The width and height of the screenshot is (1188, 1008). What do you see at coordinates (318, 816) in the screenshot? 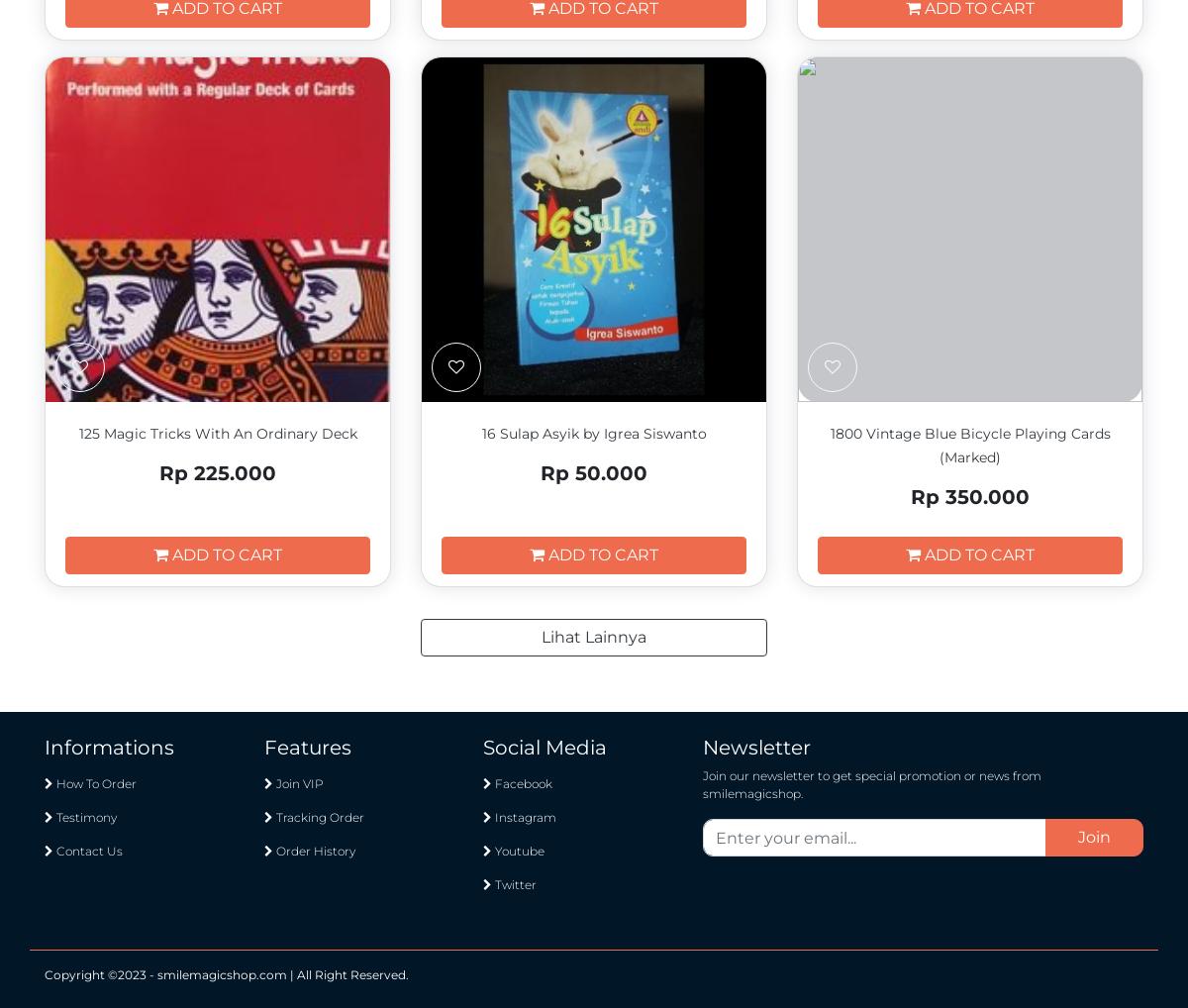
I see `'Tracking Order'` at bounding box center [318, 816].